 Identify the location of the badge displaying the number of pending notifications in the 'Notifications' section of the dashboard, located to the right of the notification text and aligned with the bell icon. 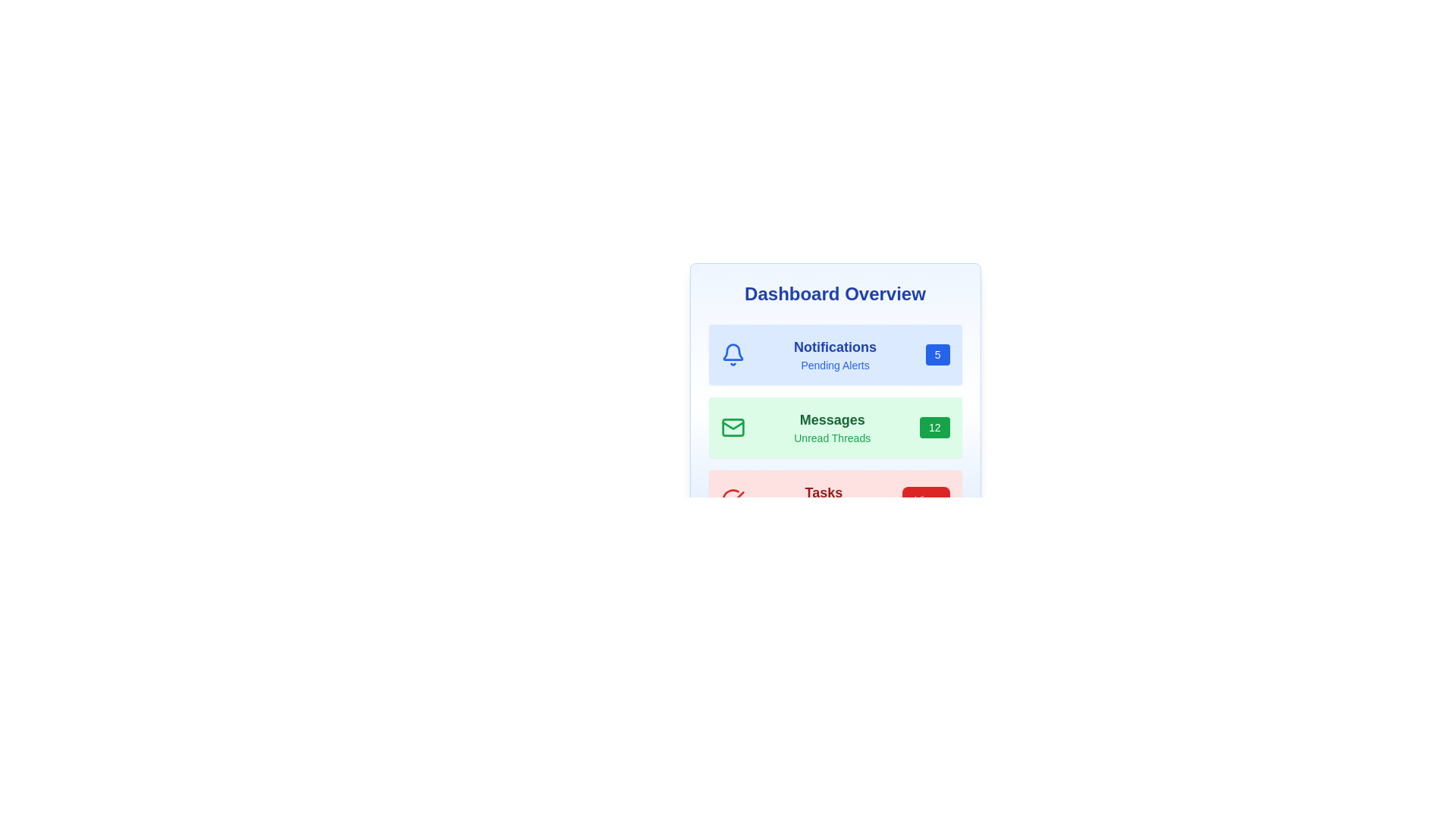
(937, 354).